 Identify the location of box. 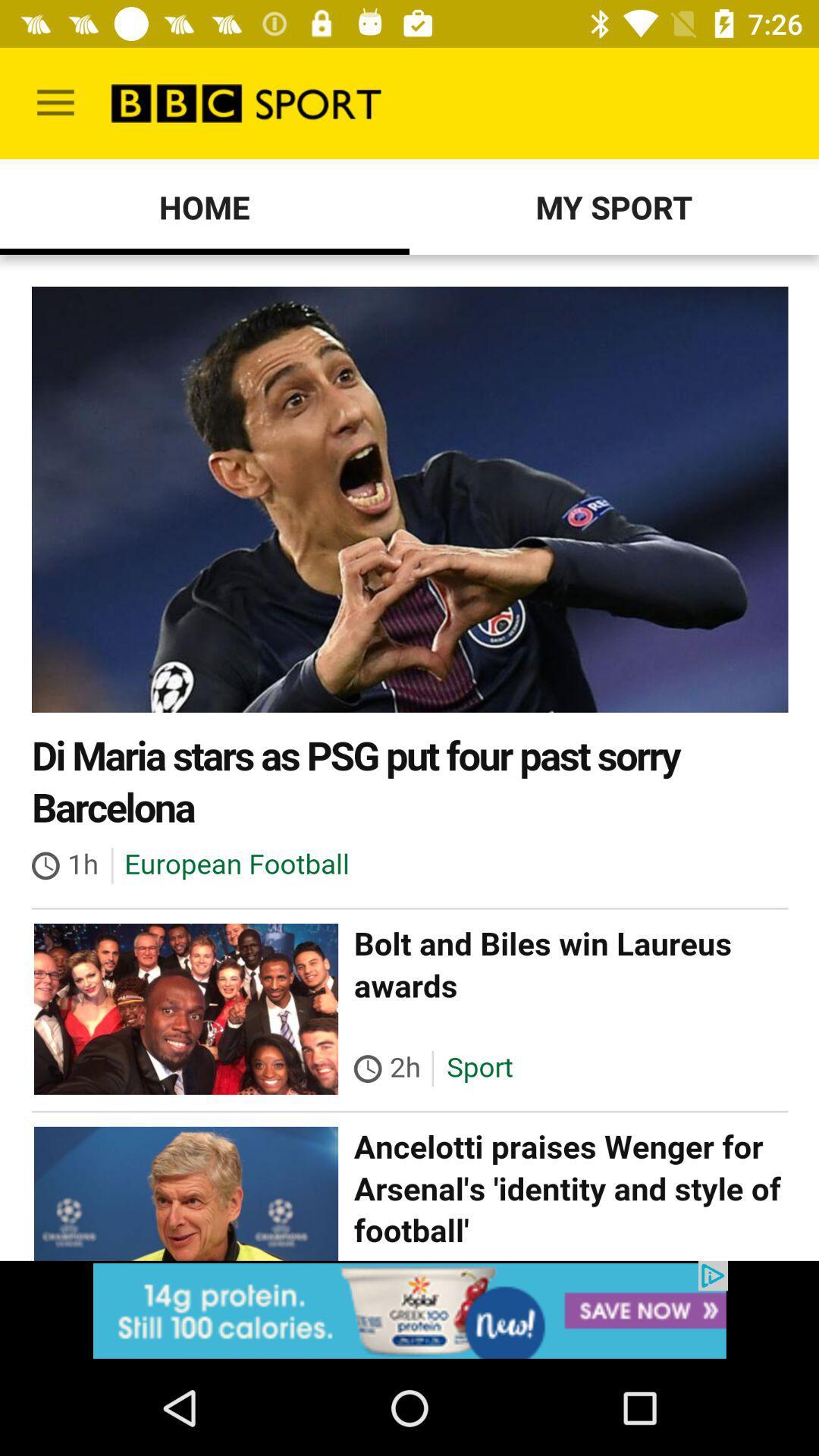
(409, 1310).